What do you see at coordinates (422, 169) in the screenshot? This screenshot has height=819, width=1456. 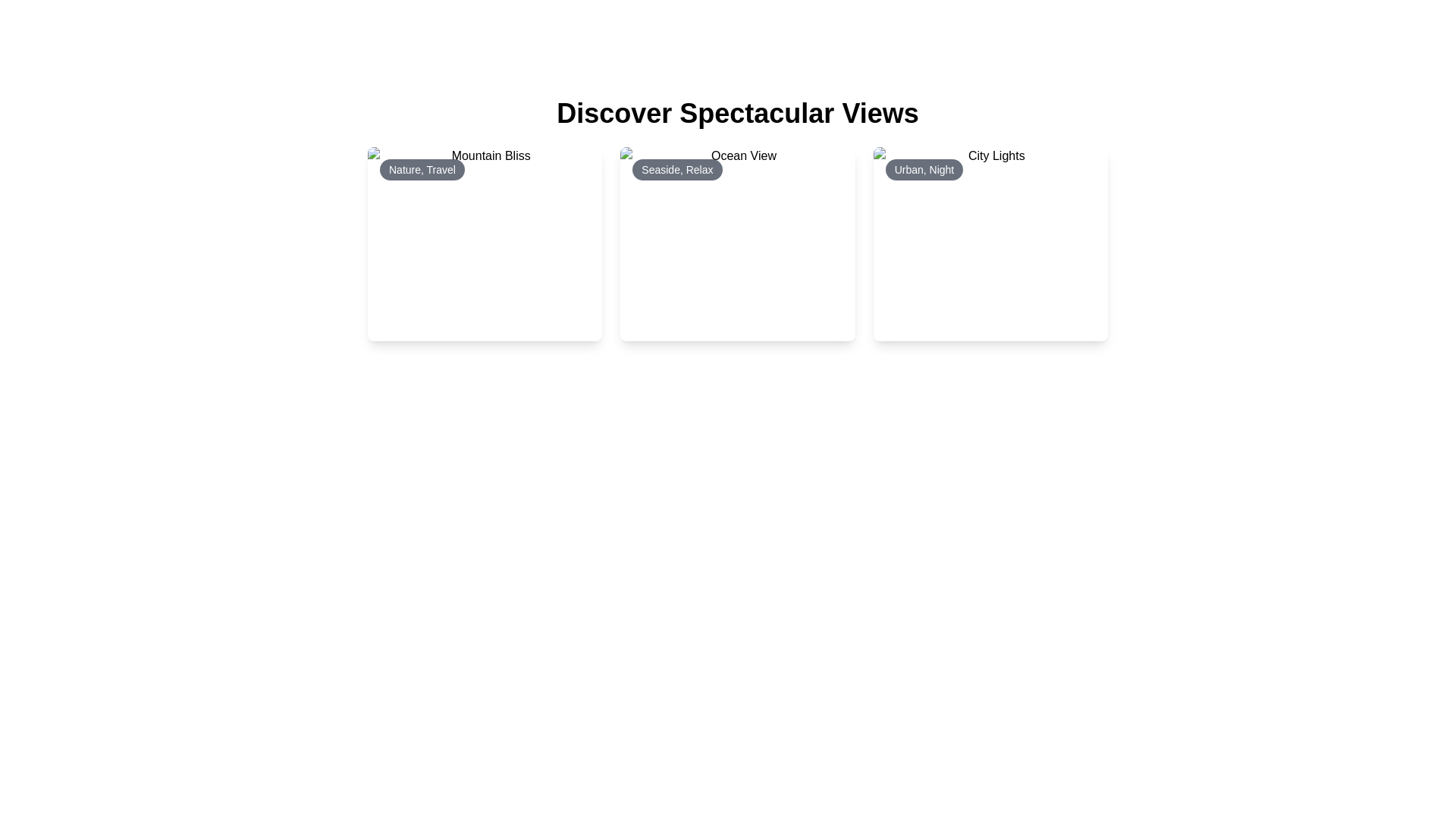 I see `text from the Tag or Badge indicating the category related to the image 'Mountain Bliss', located at the top-left corner of the image` at bounding box center [422, 169].